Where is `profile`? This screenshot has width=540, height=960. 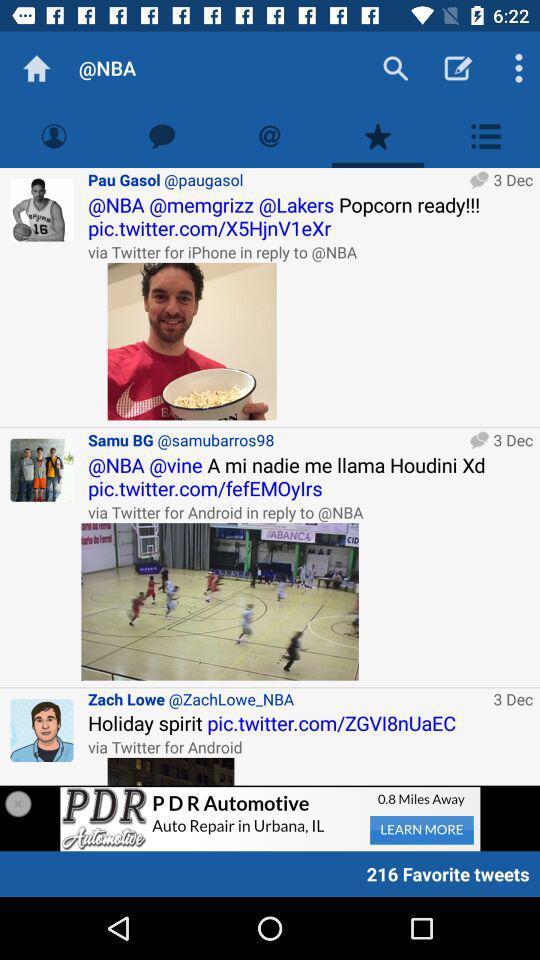
profile is located at coordinates (42, 210).